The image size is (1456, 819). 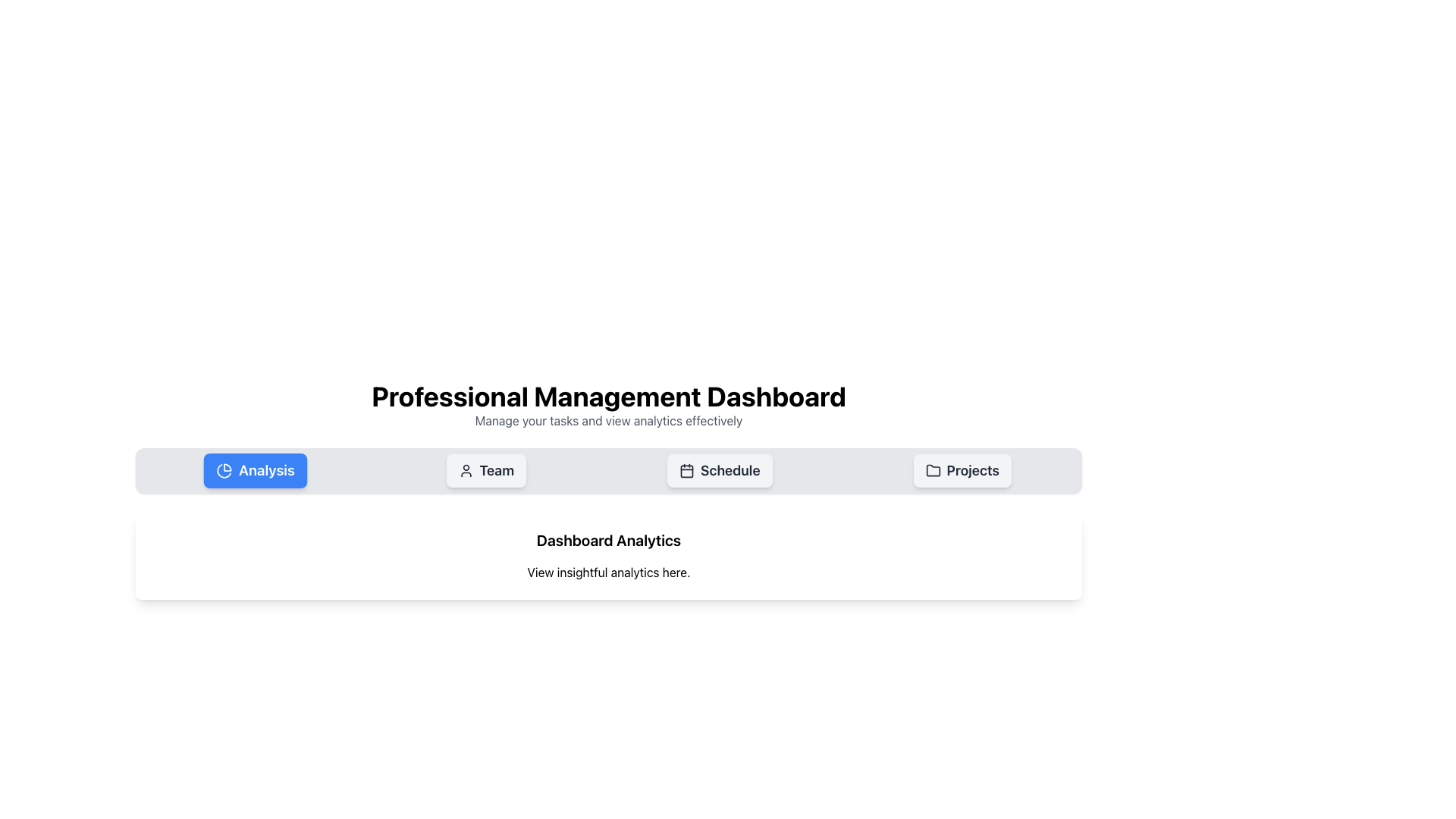 I want to click on descriptive text label located below the header 'Dashboard Analytics' in the analytics dashboard, which provides an introduction or instruction about the purpose of the dashboard, so click(x=608, y=573).